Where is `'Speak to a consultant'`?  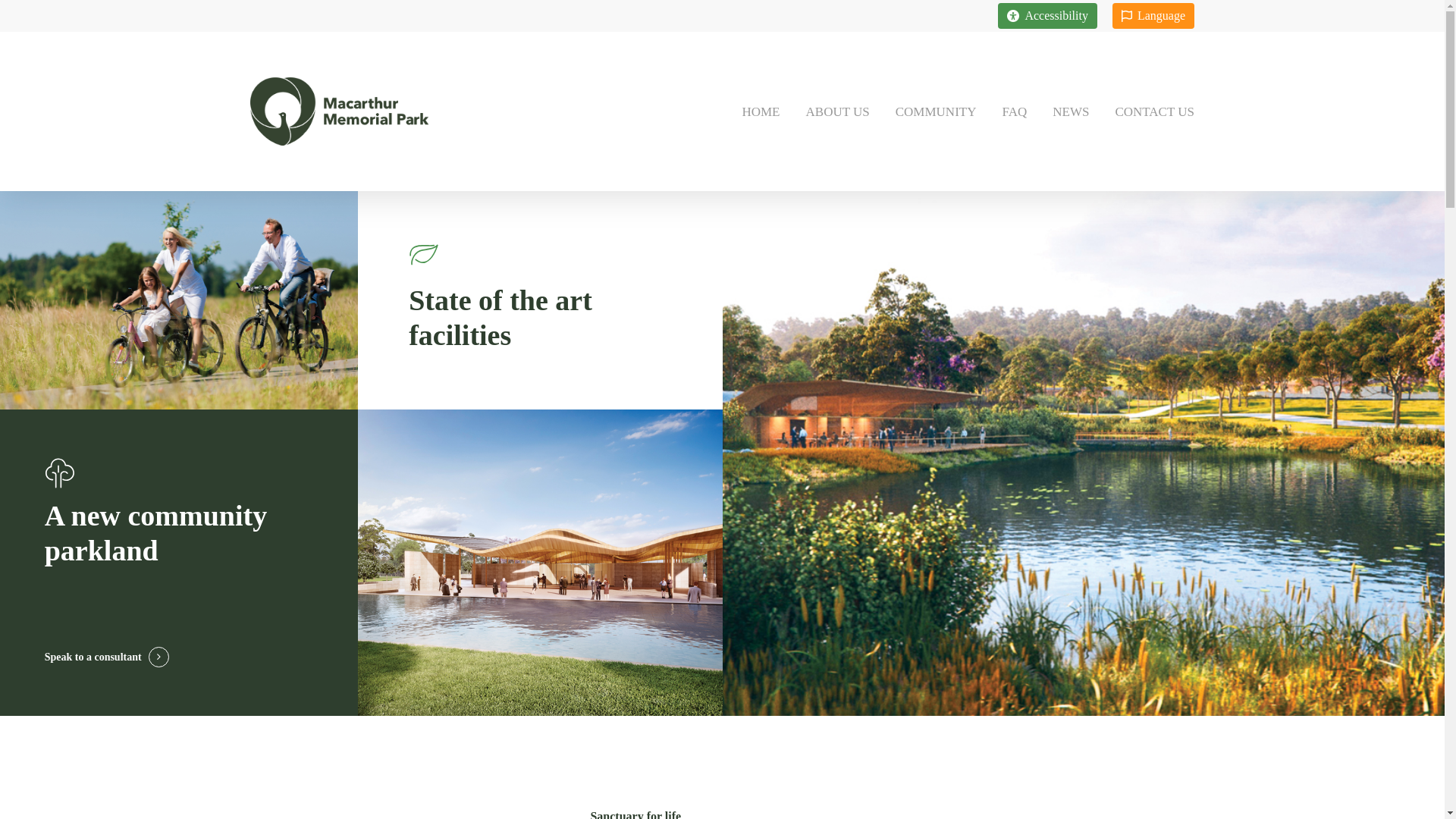
'Speak to a consultant' is located at coordinates (105, 657).